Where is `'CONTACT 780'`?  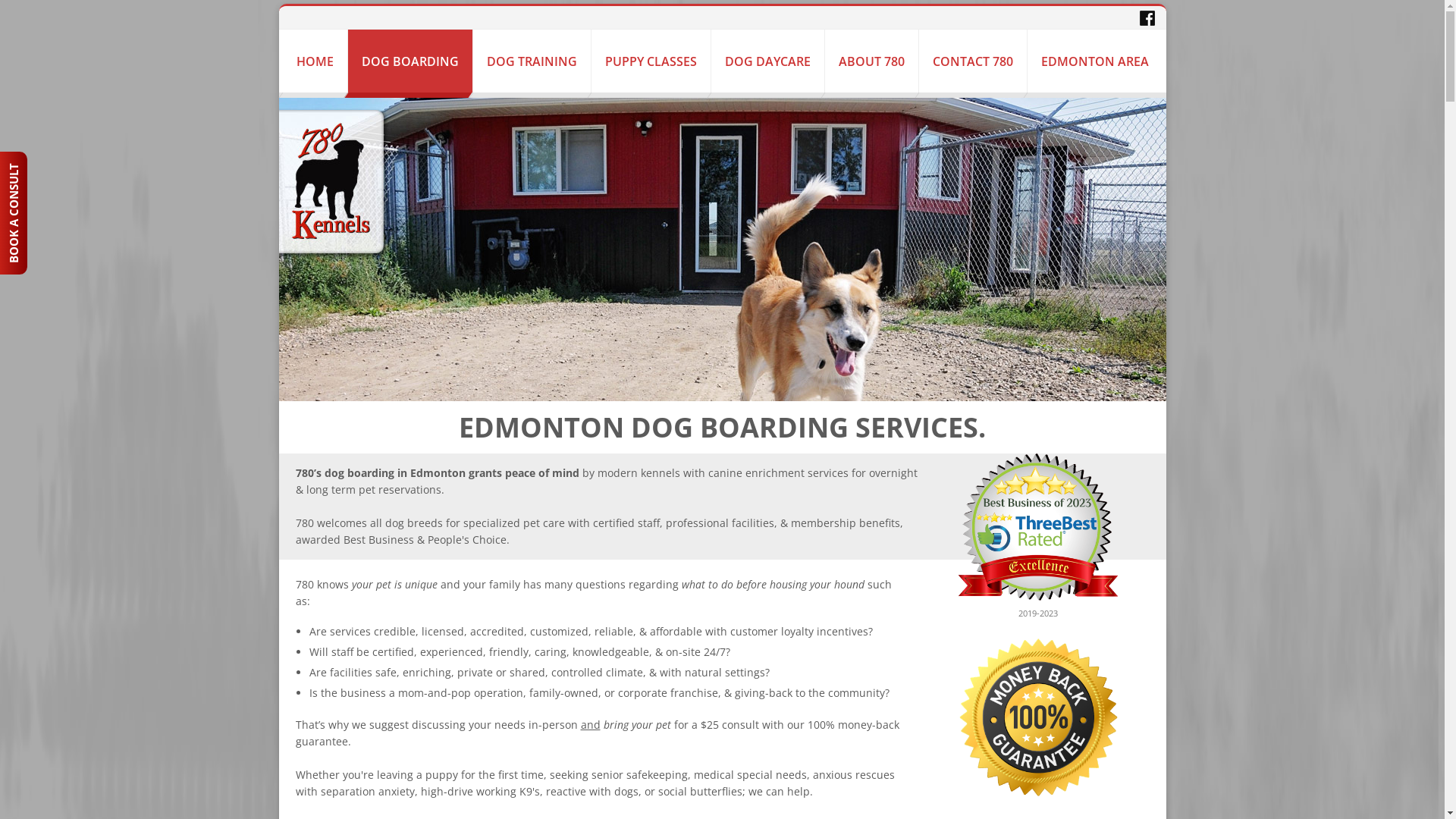
'CONTACT 780' is located at coordinates (972, 60).